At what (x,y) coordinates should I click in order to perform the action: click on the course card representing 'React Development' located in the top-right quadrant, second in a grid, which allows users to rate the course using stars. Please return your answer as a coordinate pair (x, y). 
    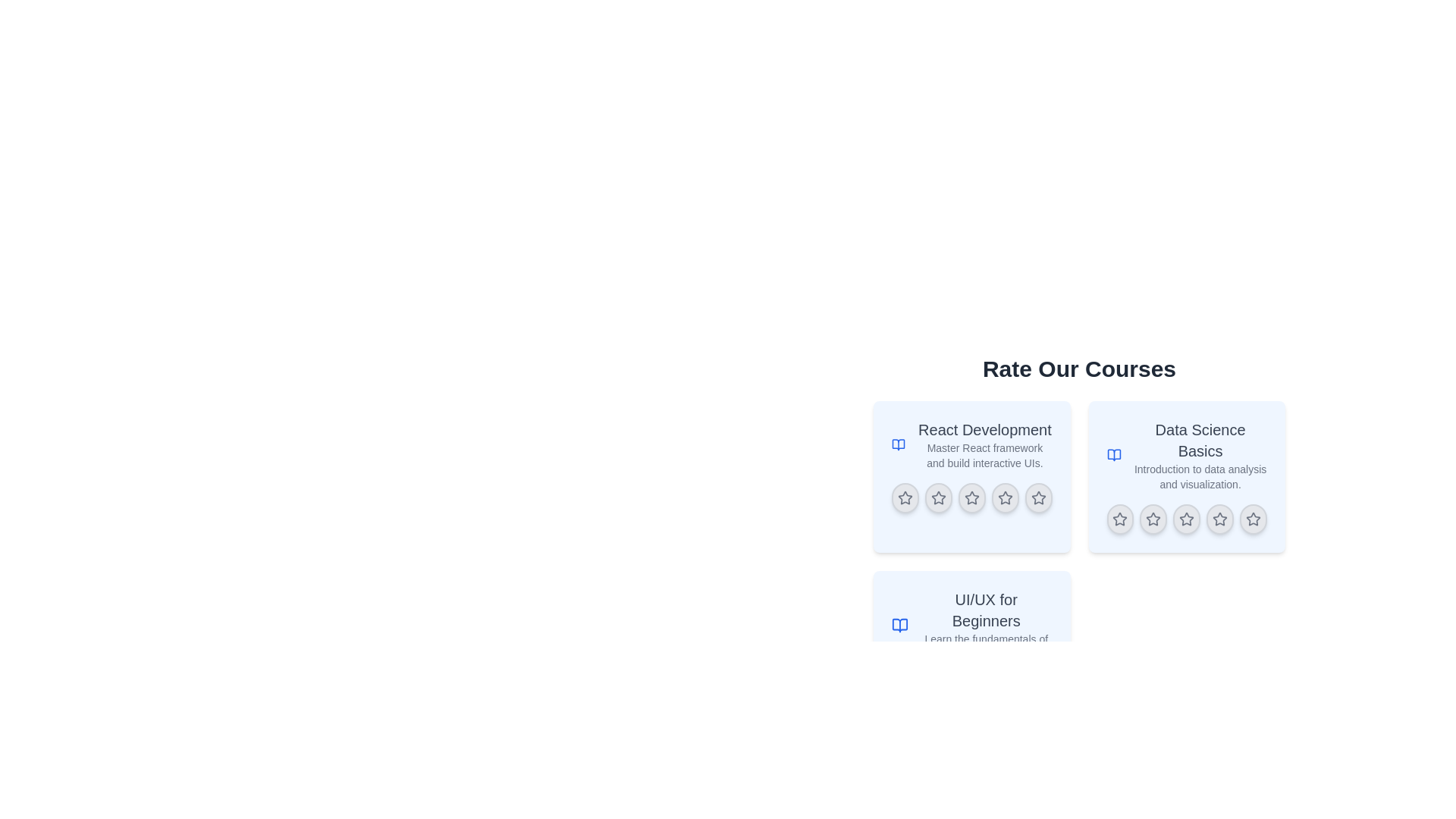
    Looking at the image, I should click on (1186, 475).